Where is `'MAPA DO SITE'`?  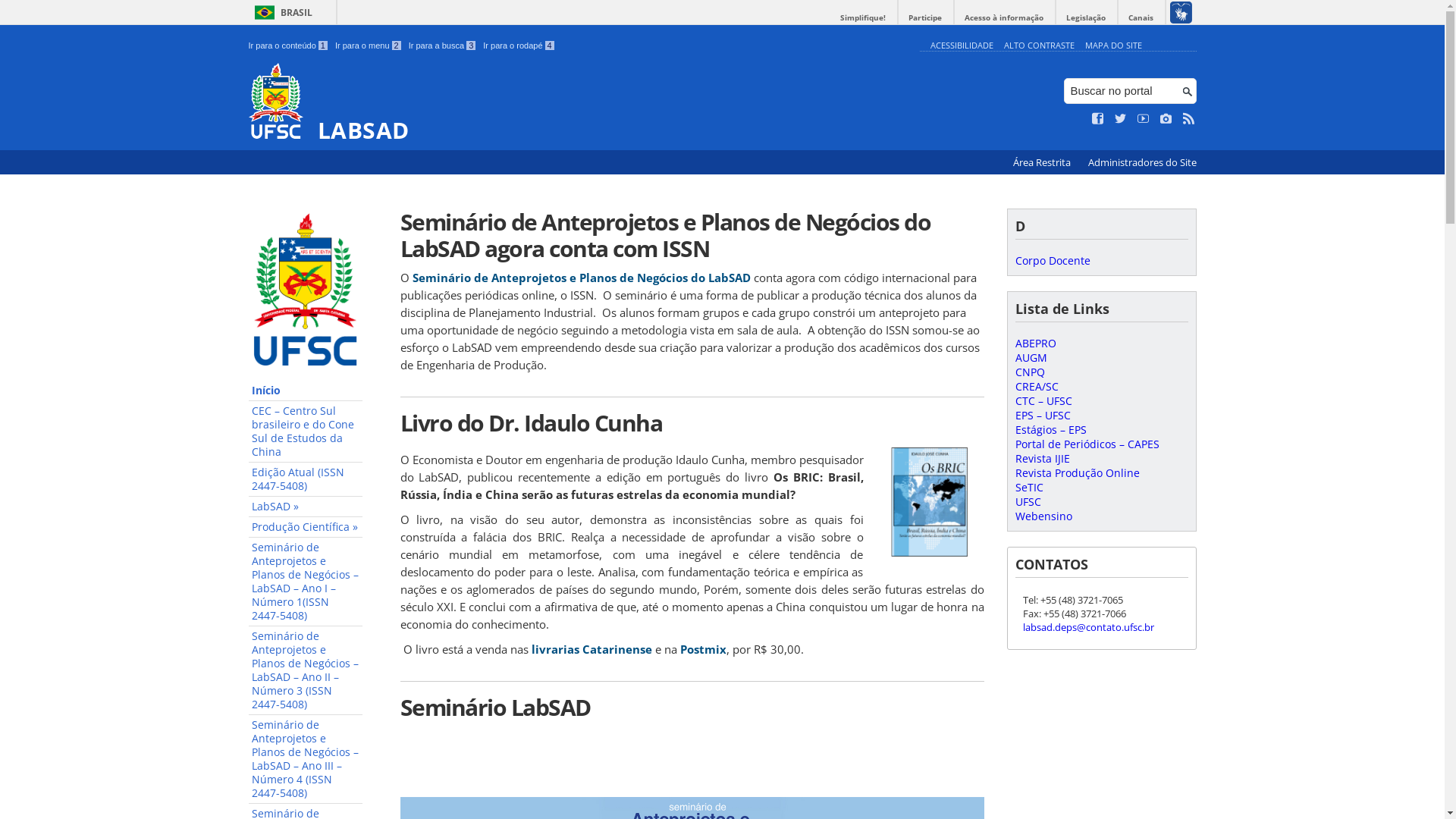 'MAPA DO SITE' is located at coordinates (1112, 44).